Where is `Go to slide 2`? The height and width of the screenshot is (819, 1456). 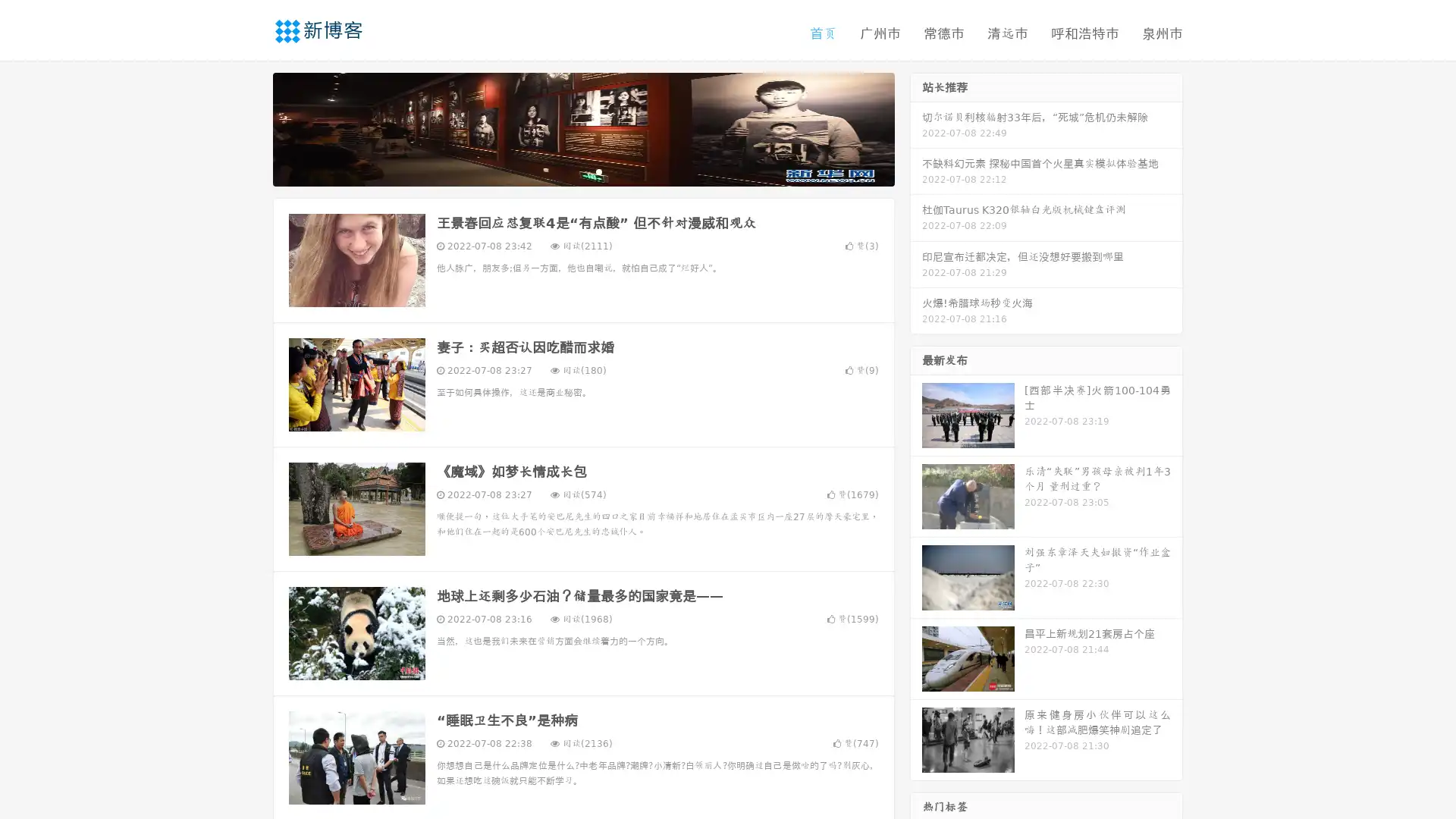
Go to slide 2 is located at coordinates (582, 171).